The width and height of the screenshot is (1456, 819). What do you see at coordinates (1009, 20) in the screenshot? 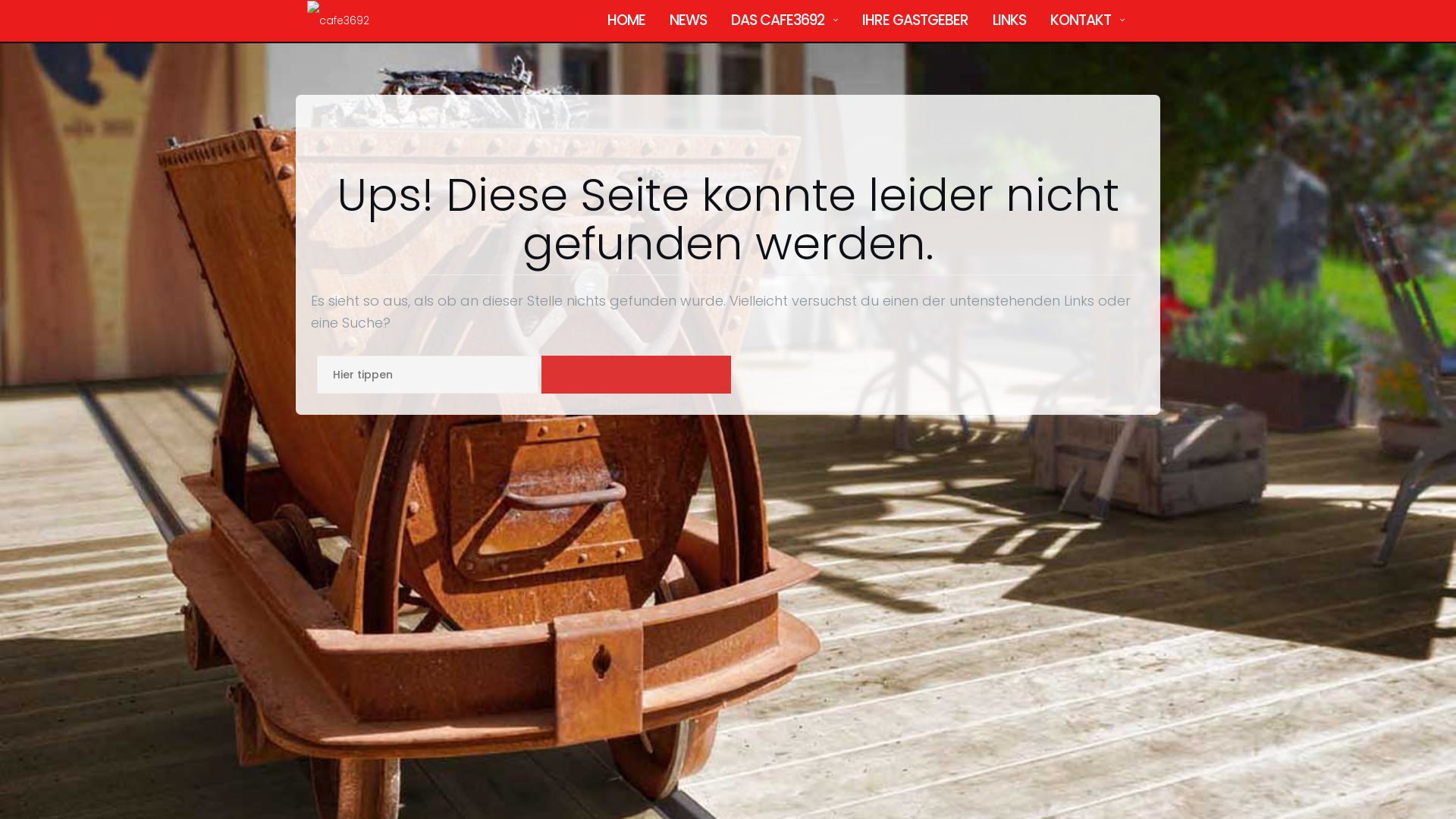
I see `'LINKS'` at bounding box center [1009, 20].